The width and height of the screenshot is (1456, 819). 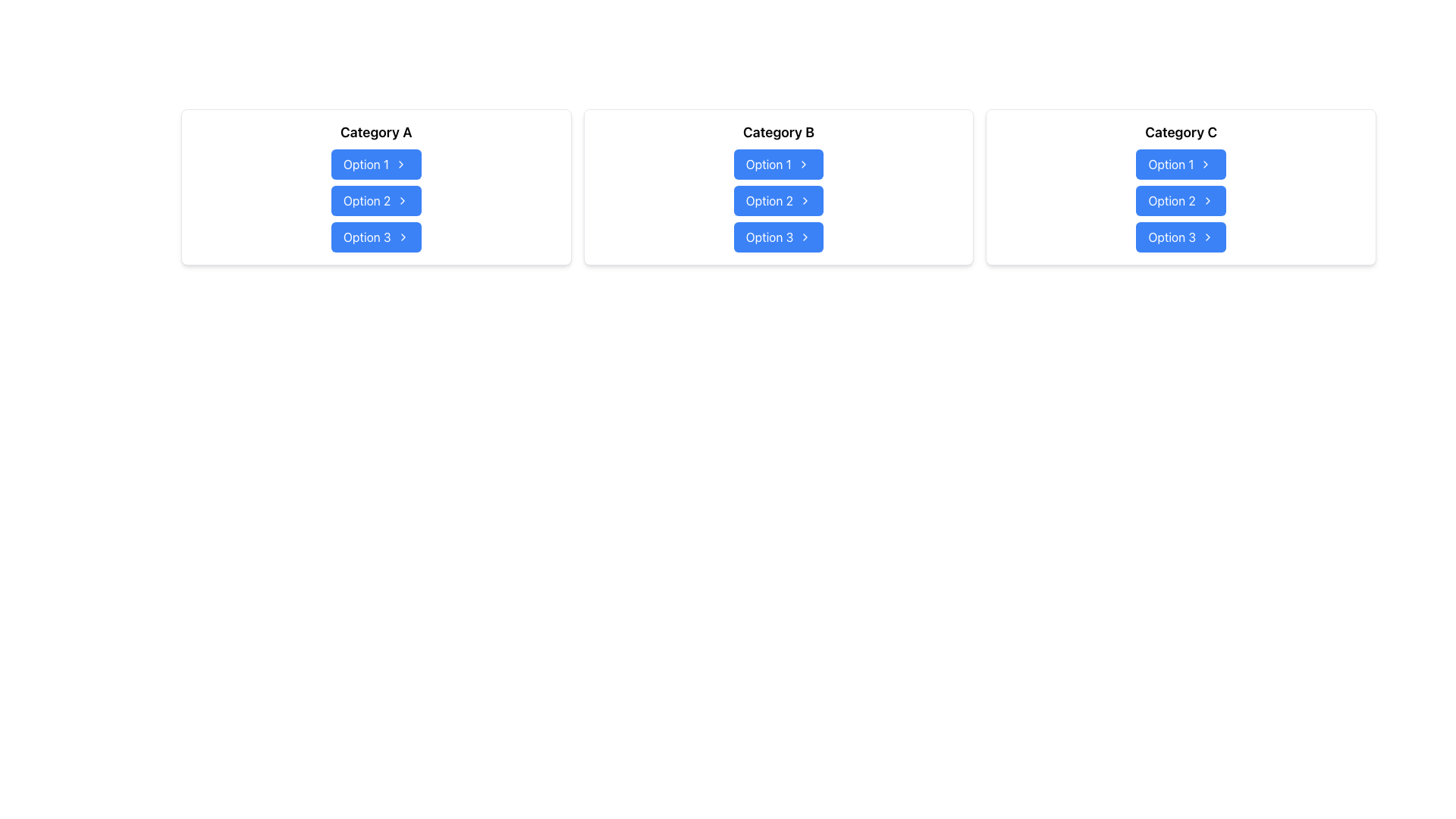 I want to click on each button in the Vertical Button Group located under the heading 'Category B', so click(x=779, y=200).